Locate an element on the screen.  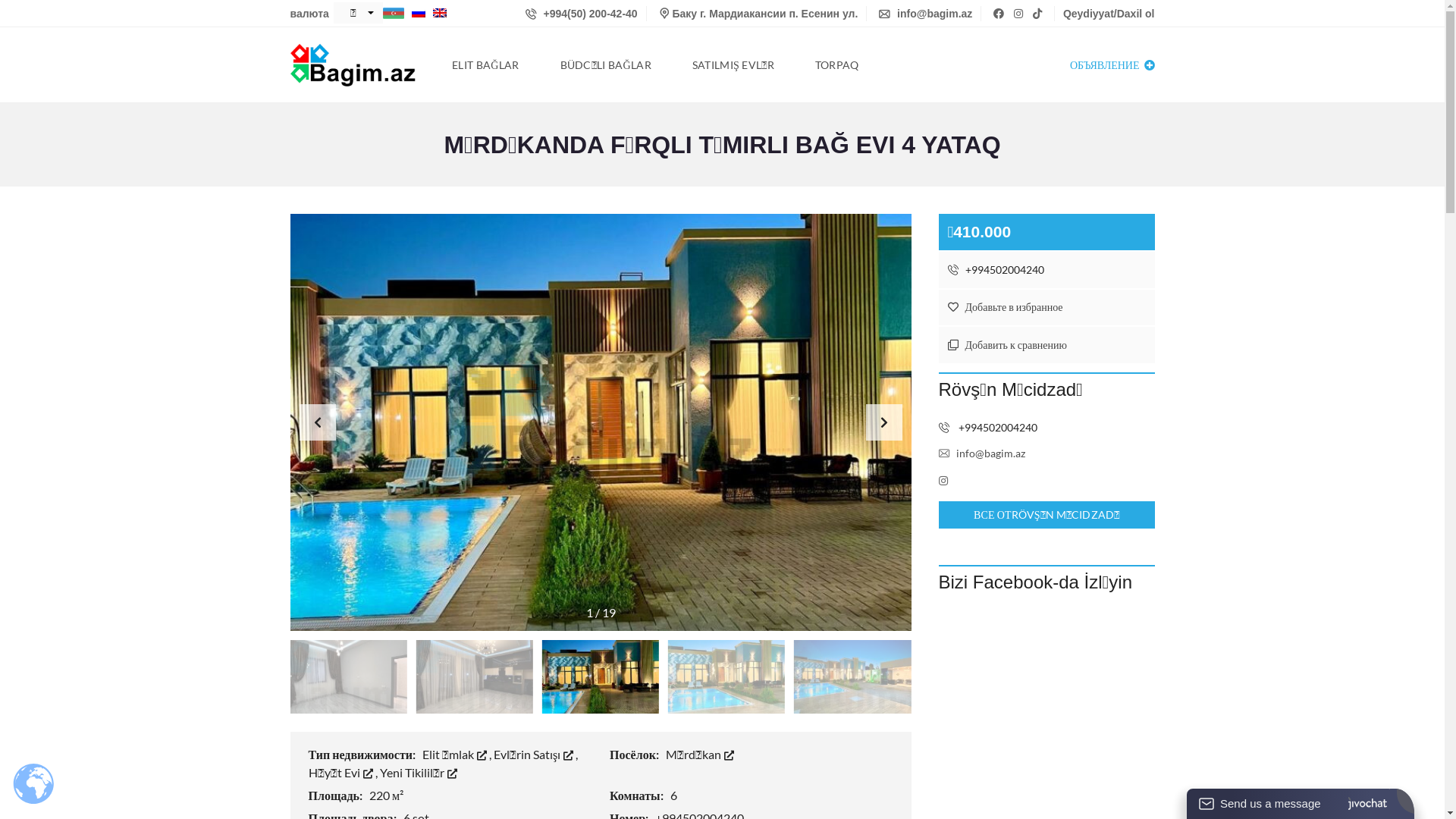
'+994(50) 200-42-40' is located at coordinates (525, 14).